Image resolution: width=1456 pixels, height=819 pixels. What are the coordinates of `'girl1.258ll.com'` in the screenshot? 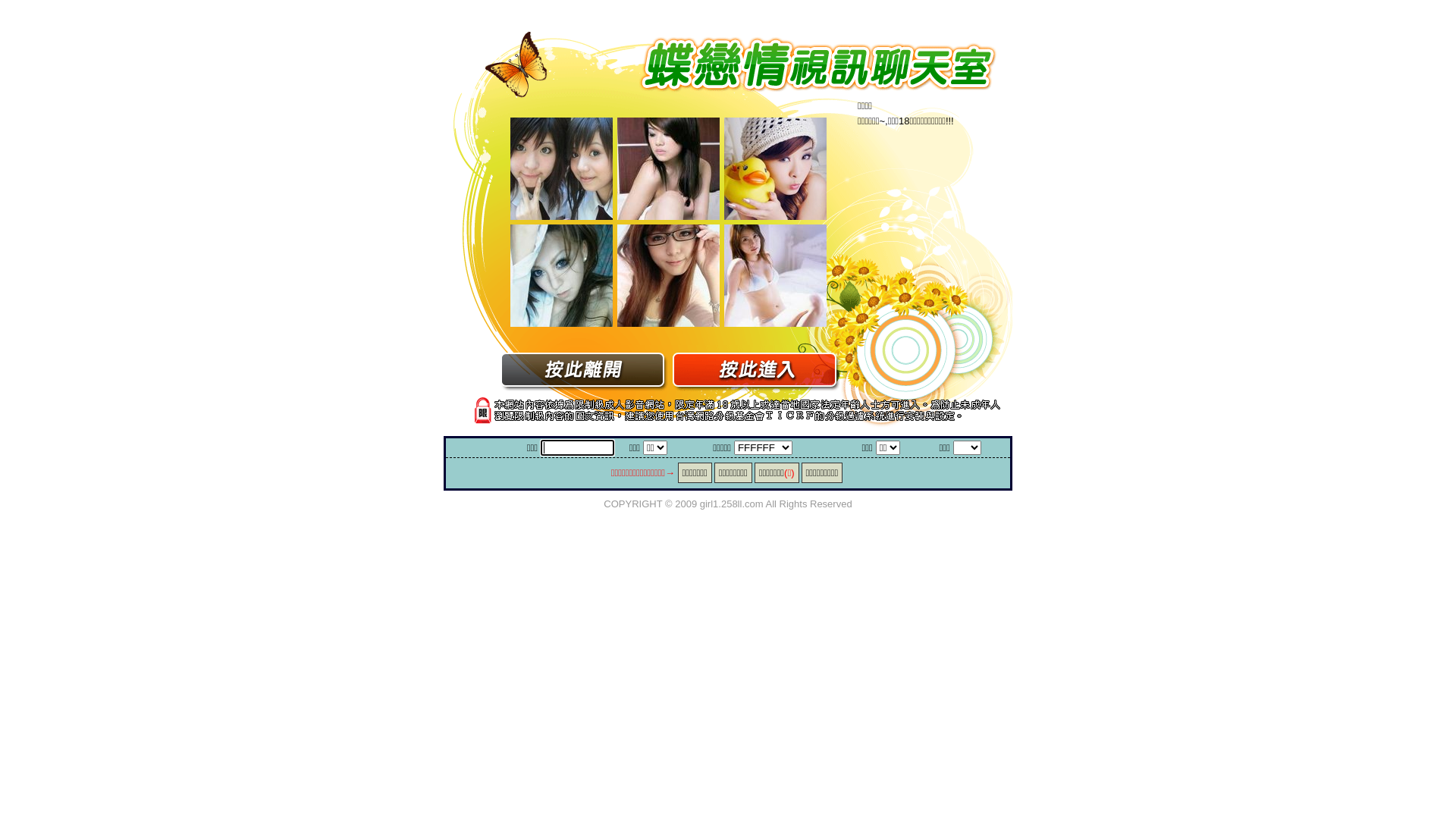 It's located at (698, 503).